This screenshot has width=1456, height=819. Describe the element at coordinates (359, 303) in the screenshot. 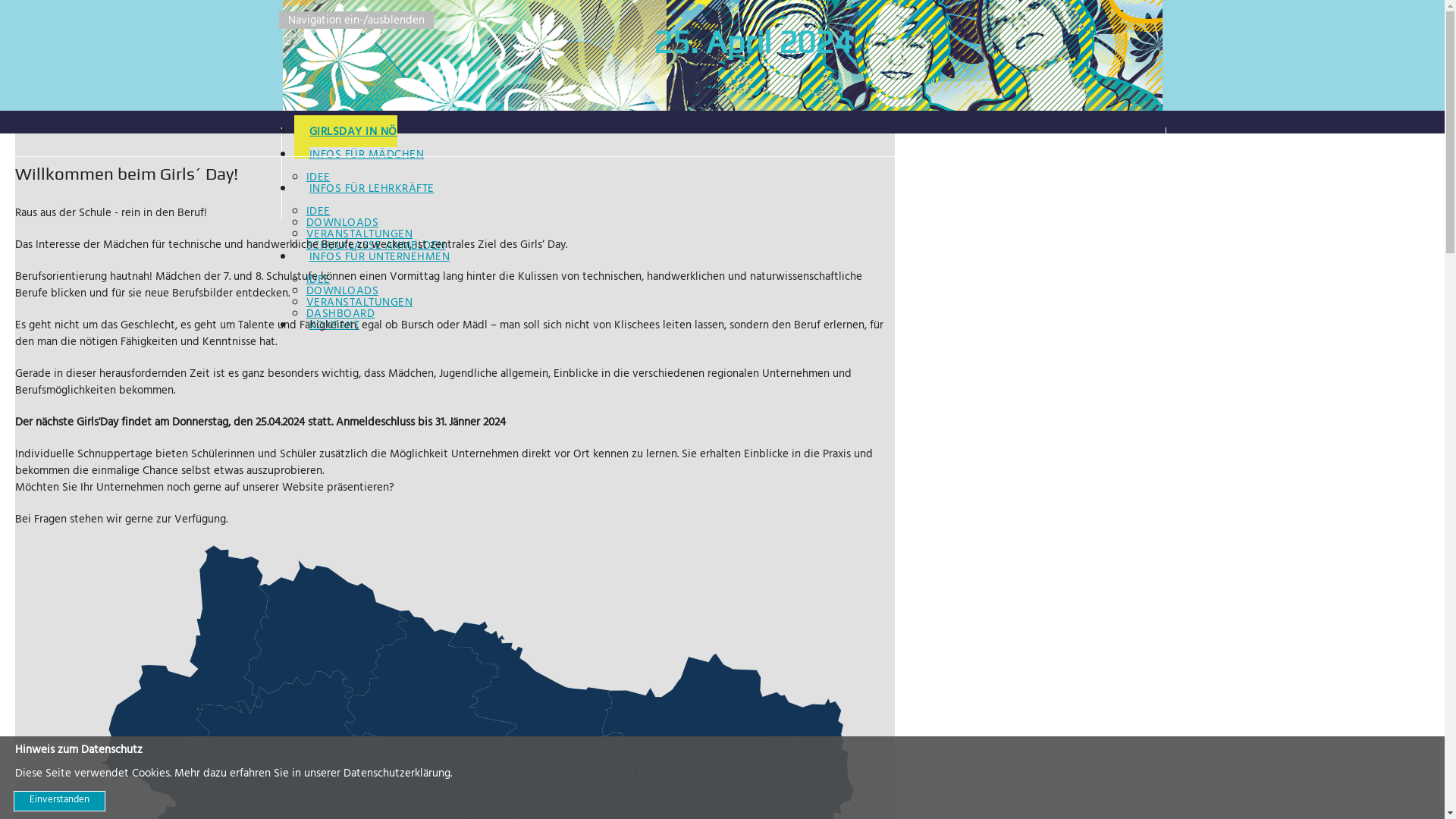

I see `'VERANSTALTUNGEN'` at that location.